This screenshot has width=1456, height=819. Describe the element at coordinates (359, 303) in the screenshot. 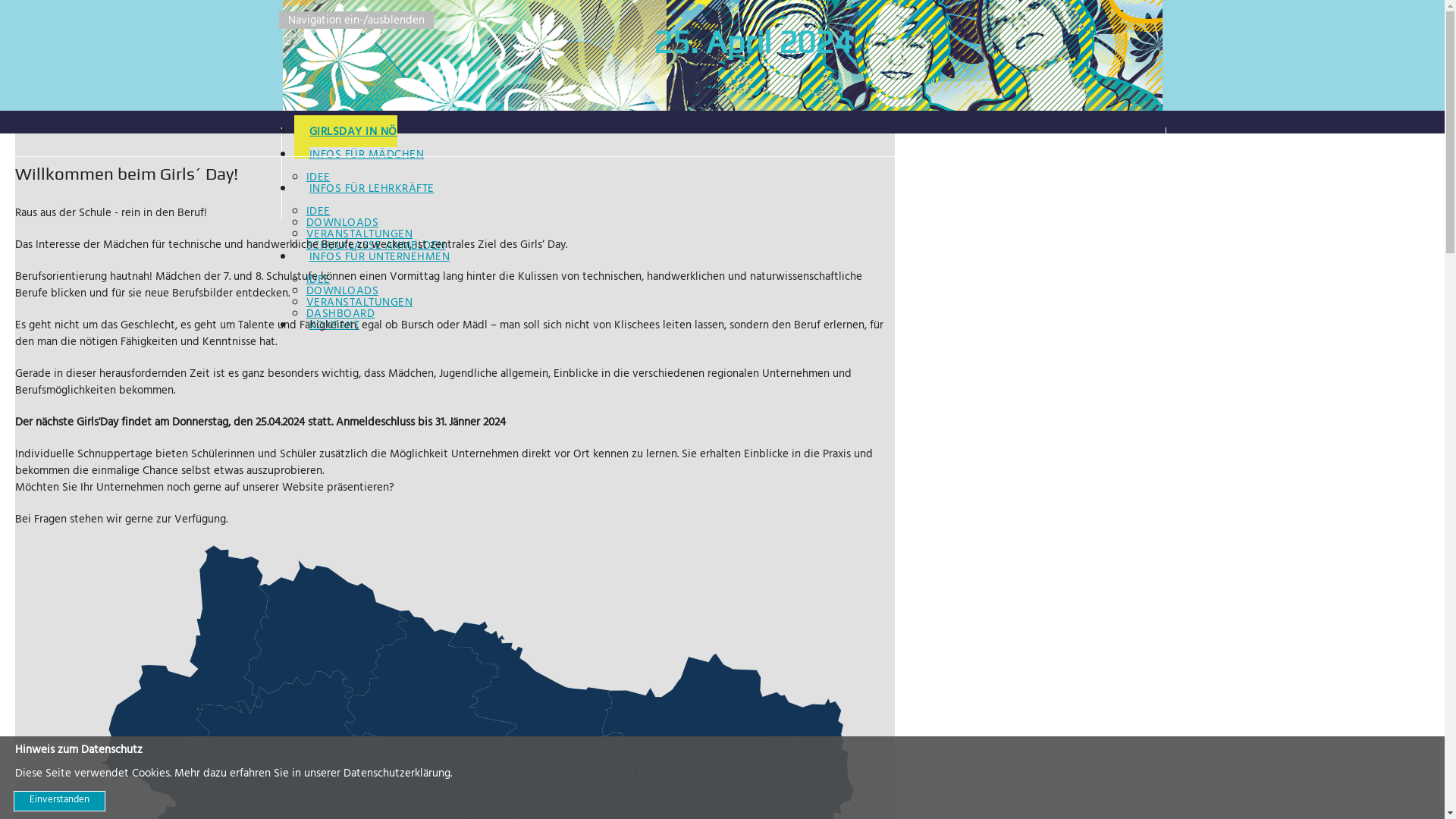

I see `'VERANSTALTUNGEN'` at that location.